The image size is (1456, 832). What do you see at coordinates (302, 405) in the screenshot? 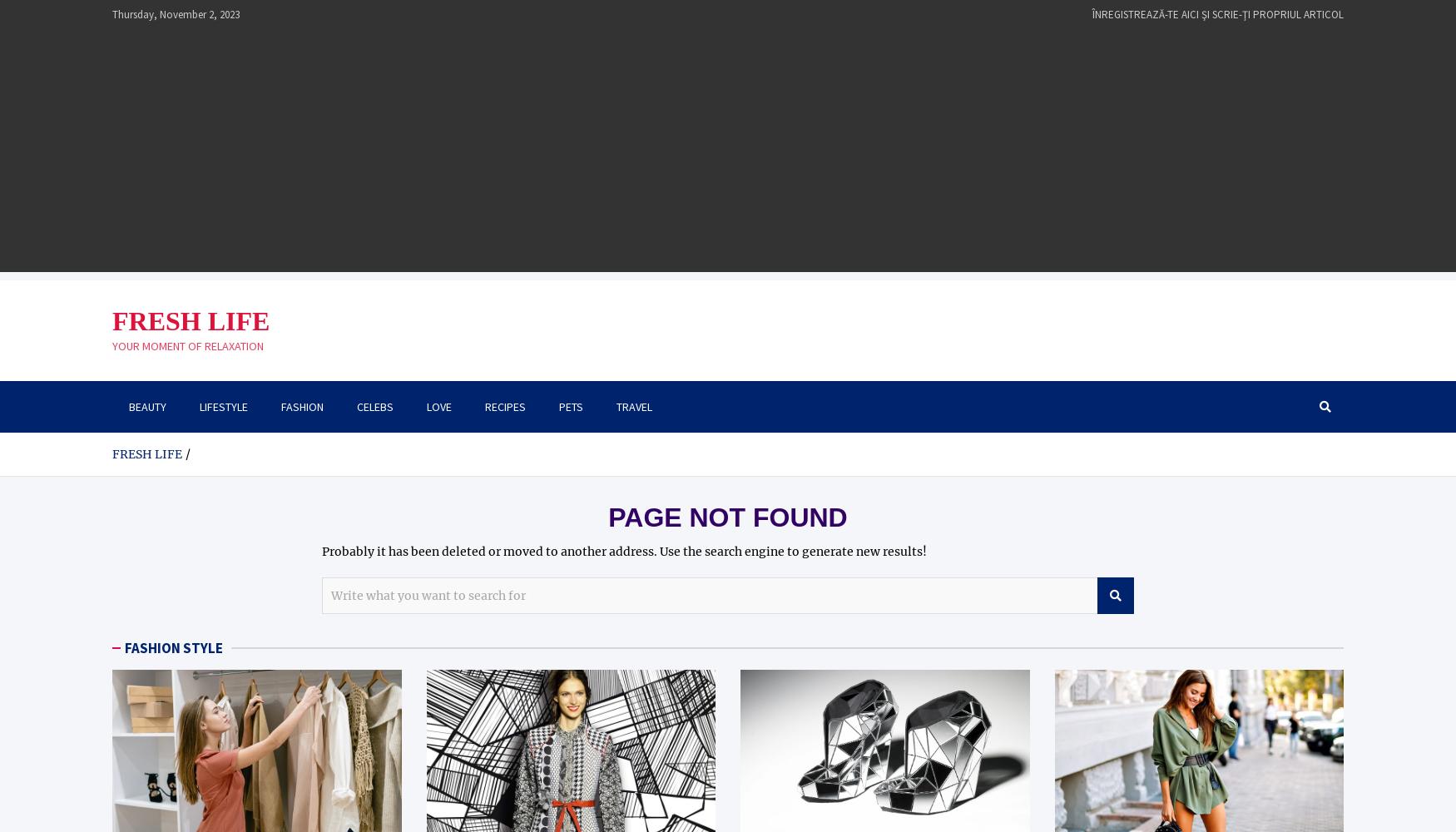
I see `'FASHION'` at bounding box center [302, 405].